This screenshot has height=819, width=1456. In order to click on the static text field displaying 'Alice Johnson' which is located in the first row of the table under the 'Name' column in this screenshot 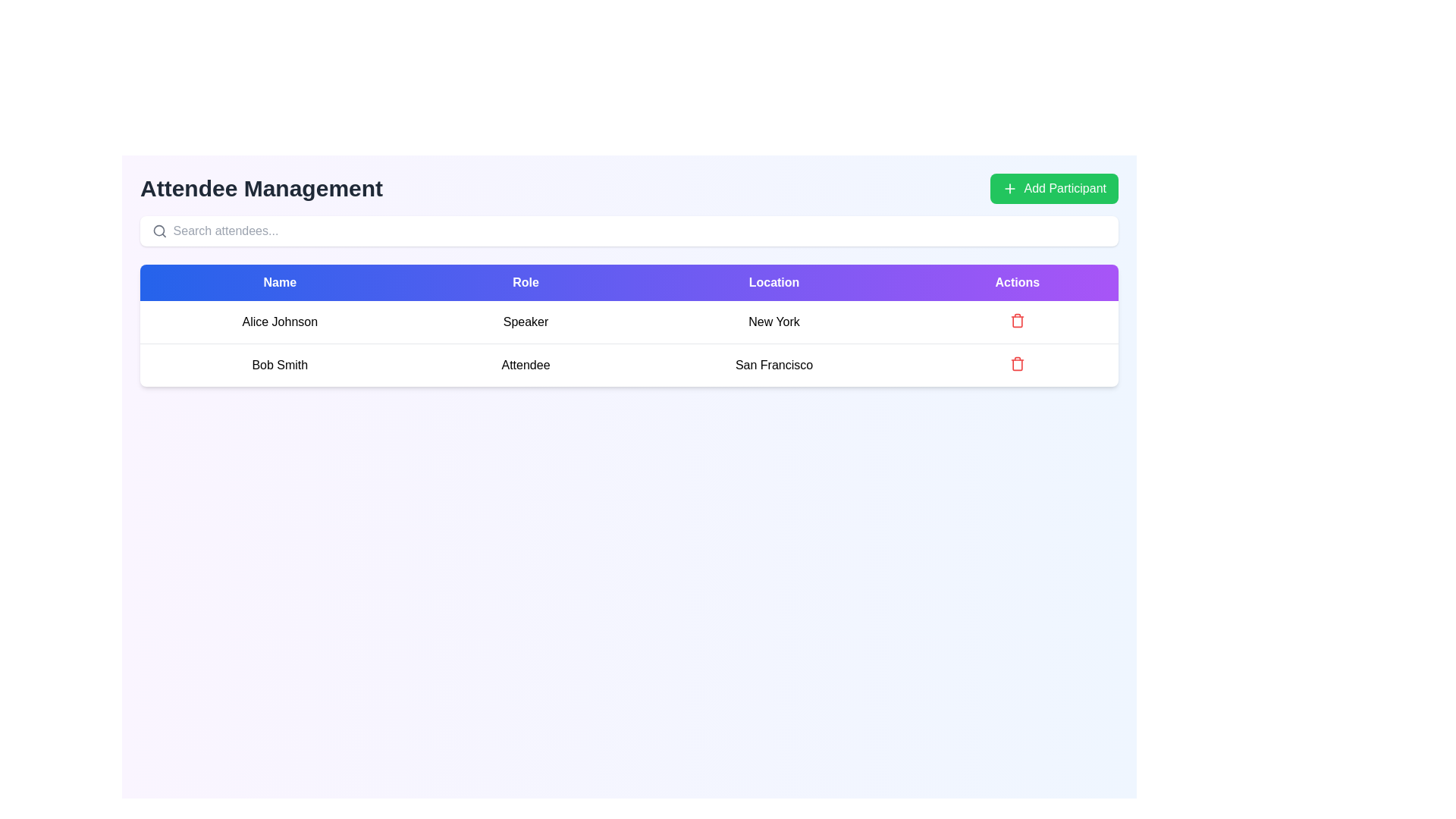, I will do `click(280, 322)`.